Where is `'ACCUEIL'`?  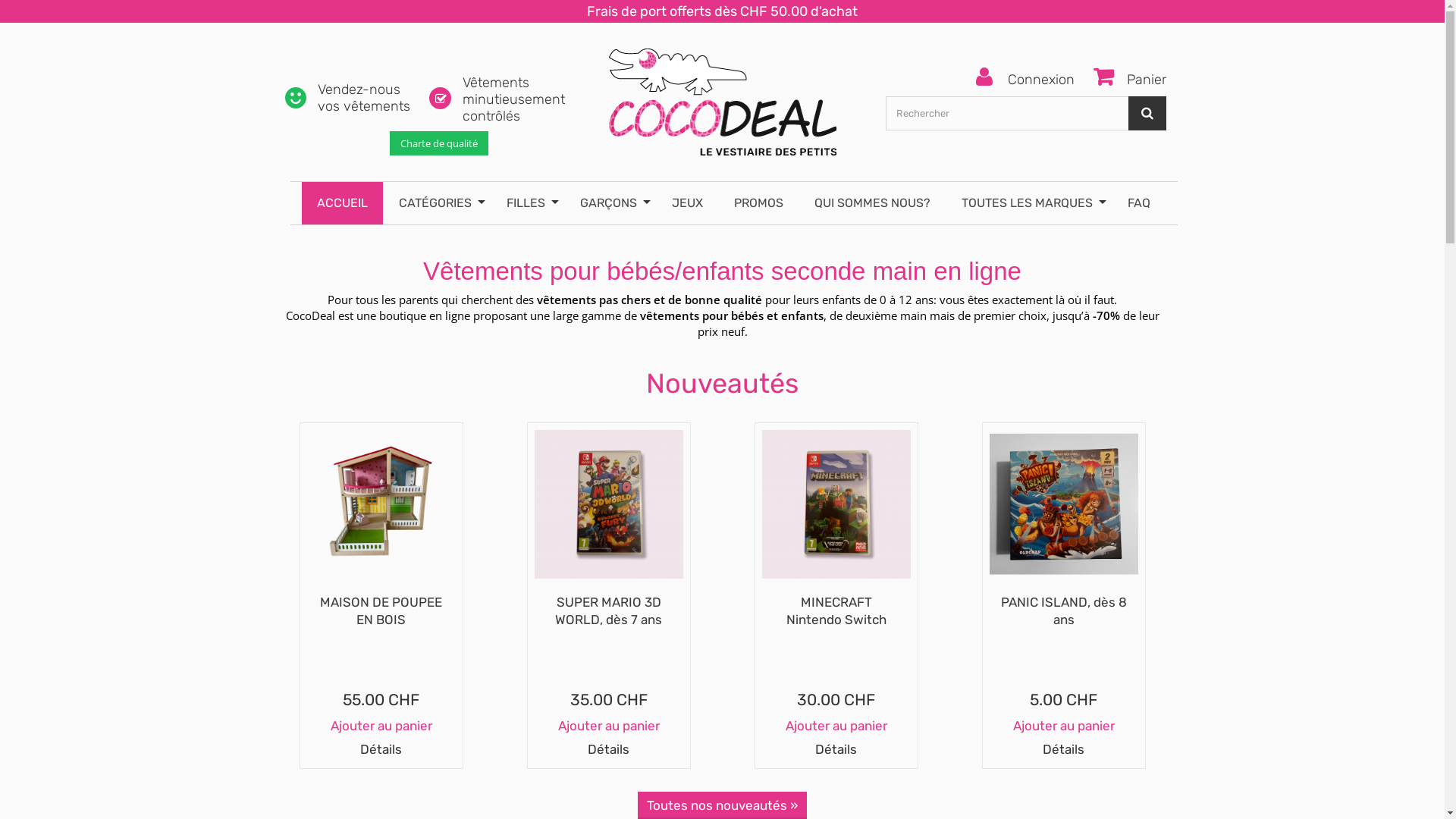
'ACCUEIL' is located at coordinates (341, 202).